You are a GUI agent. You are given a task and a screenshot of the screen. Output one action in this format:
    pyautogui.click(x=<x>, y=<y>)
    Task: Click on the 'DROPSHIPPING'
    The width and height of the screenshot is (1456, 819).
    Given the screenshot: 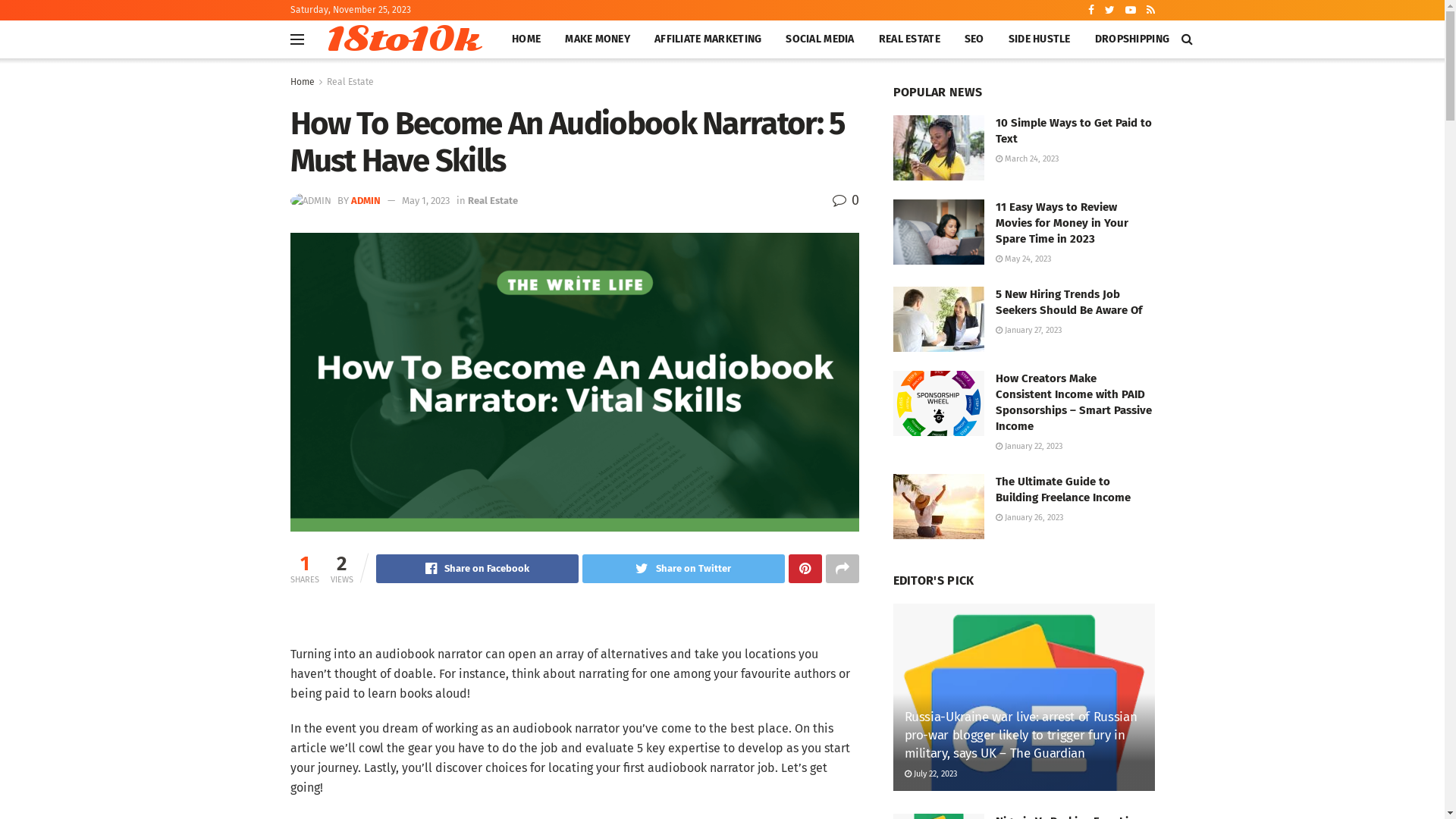 What is the action you would take?
    pyautogui.click(x=1131, y=38)
    